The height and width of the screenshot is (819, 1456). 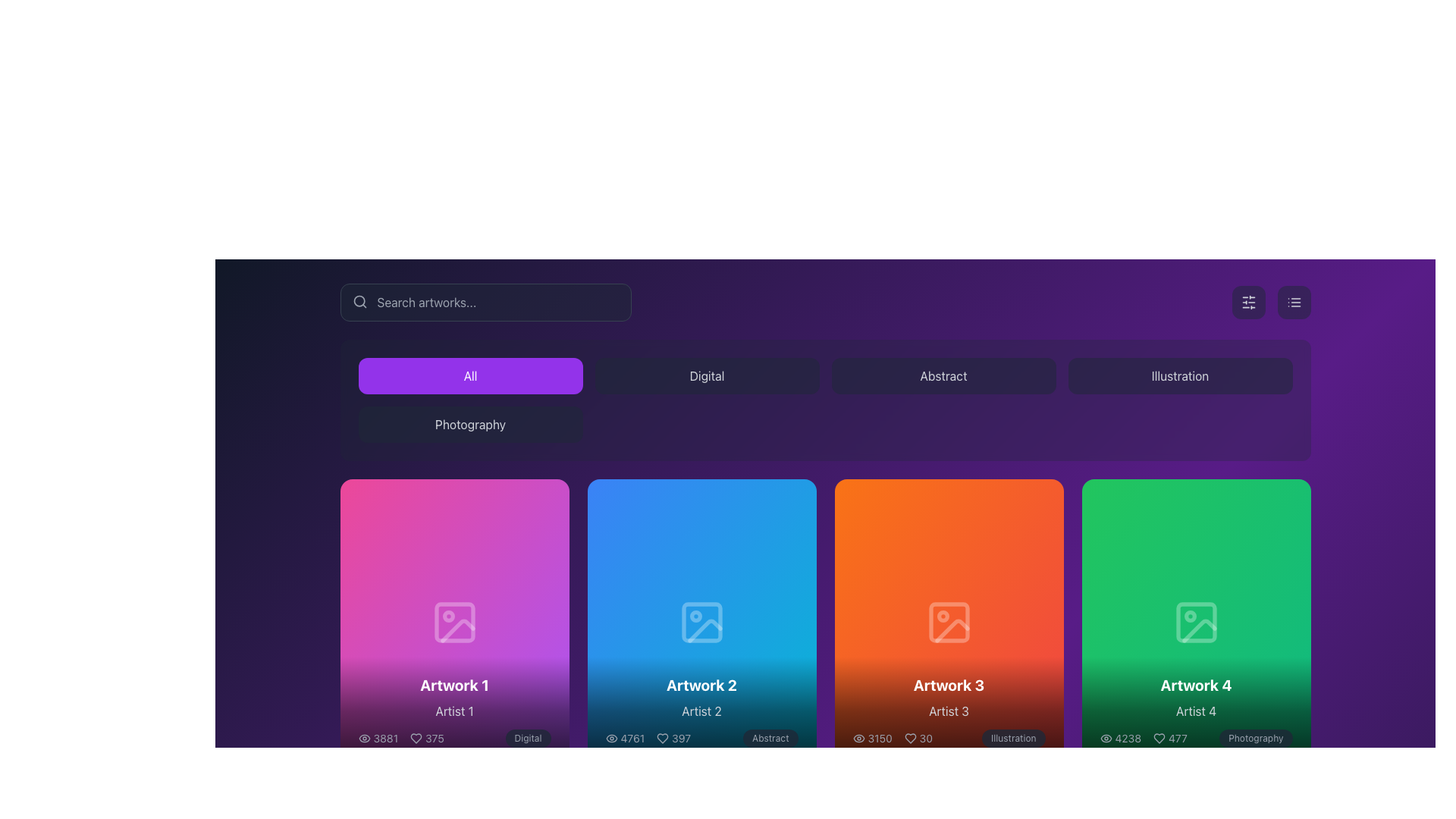 What do you see at coordinates (453, 622) in the screenshot?
I see `the SVG icon depicting a stylized photograph, which is centrally located within the pink card labeled 'Artwork 1'` at bounding box center [453, 622].